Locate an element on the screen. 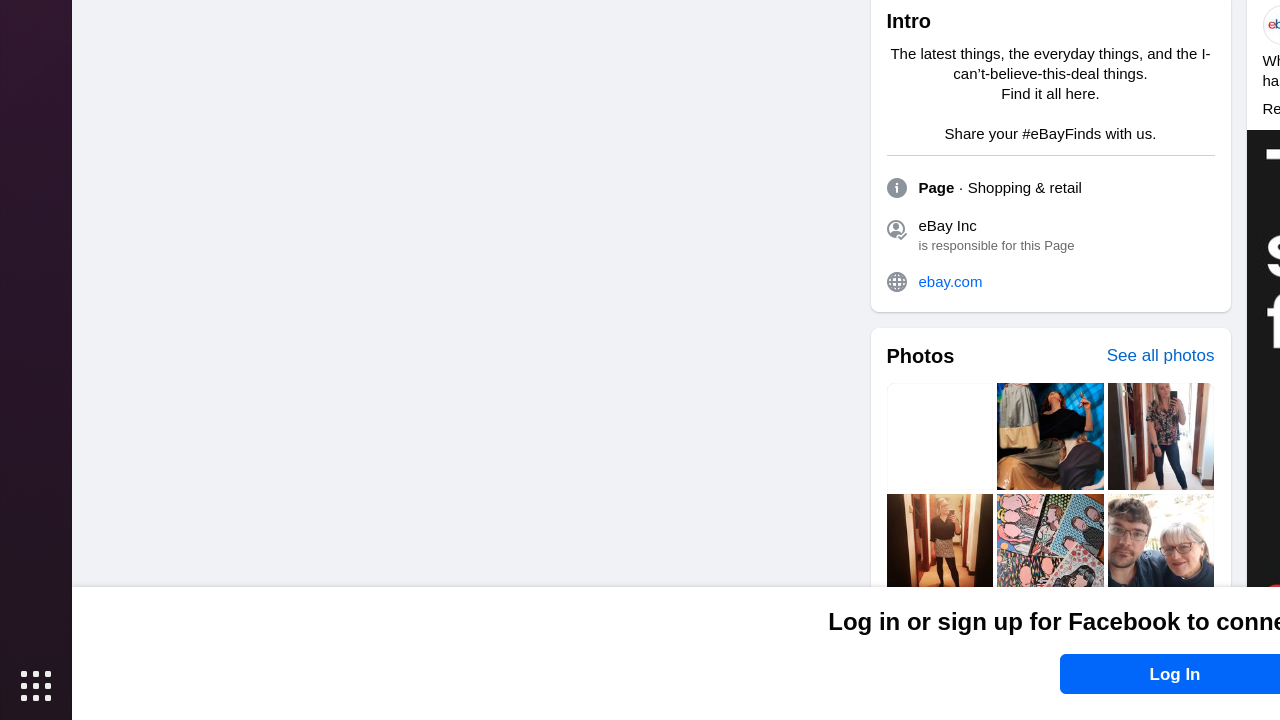  'Show Applications' is located at coordinates (35, 685).